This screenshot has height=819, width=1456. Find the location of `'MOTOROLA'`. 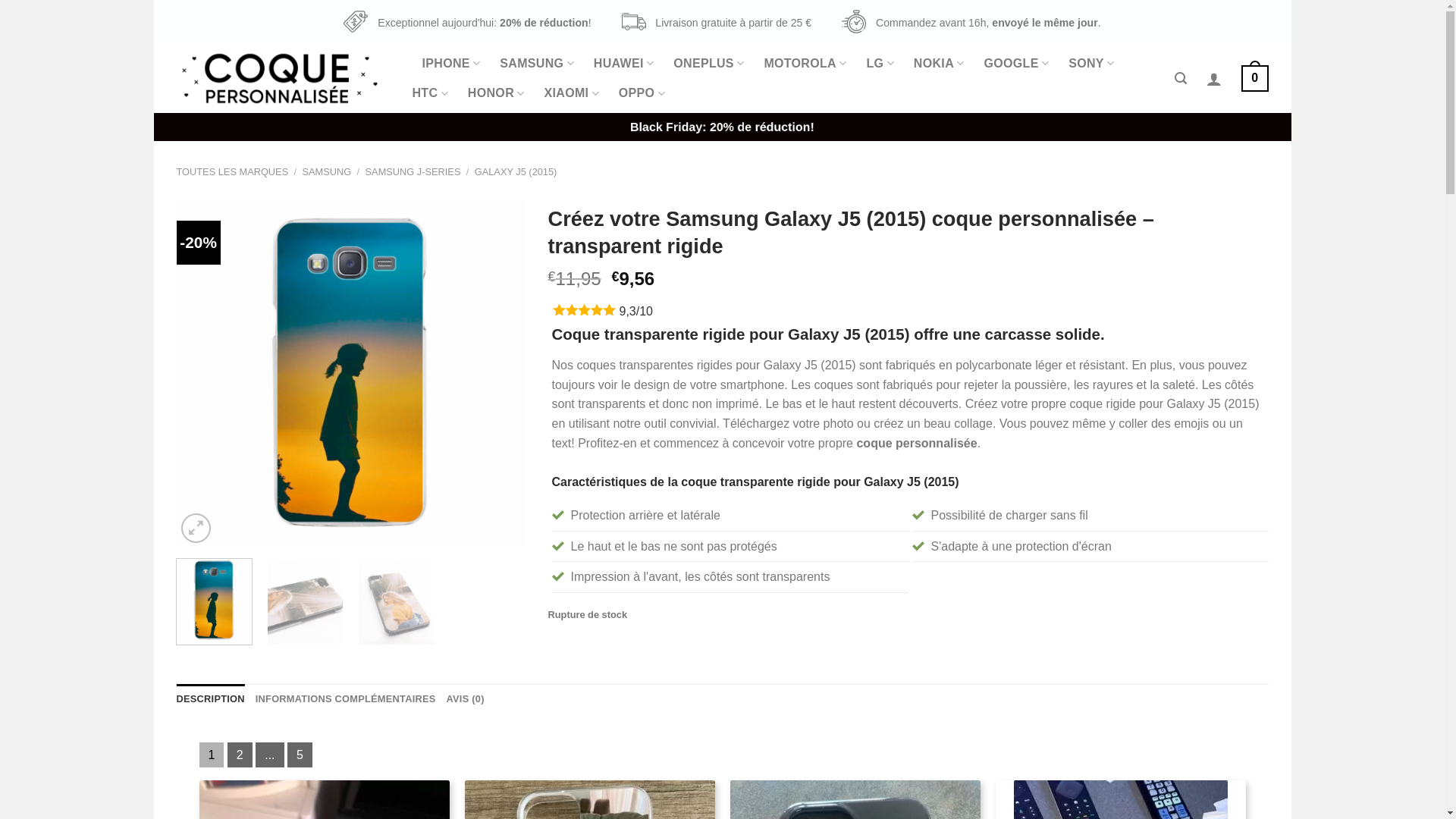

'MOTOROLA' is located at coordinates (804, 62).